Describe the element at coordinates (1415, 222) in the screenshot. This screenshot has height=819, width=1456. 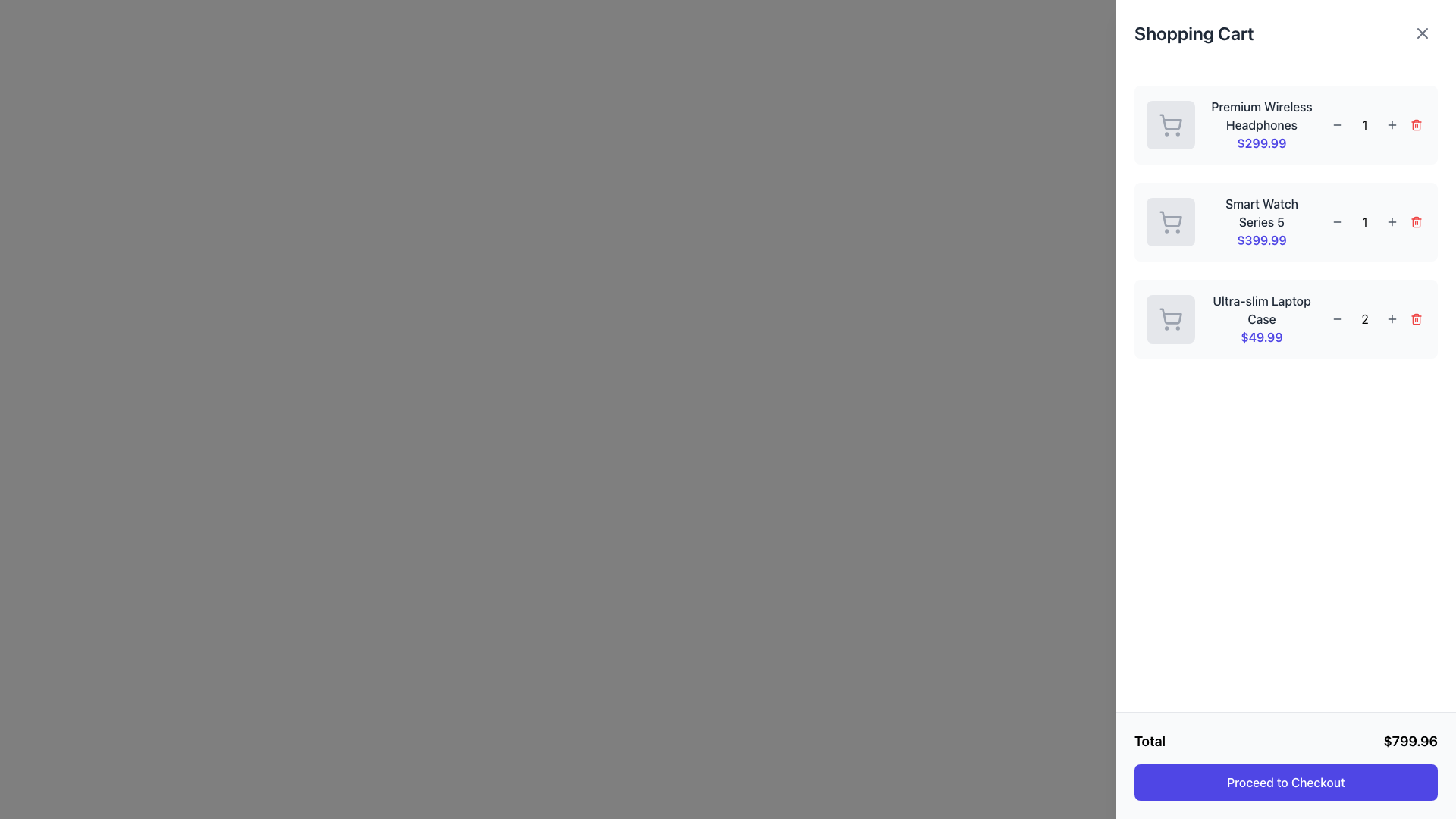
I see `the trash bin icon button associated with the 'Smart Watch Series 5' in the shopping cart to indicate interactivity` at that location.